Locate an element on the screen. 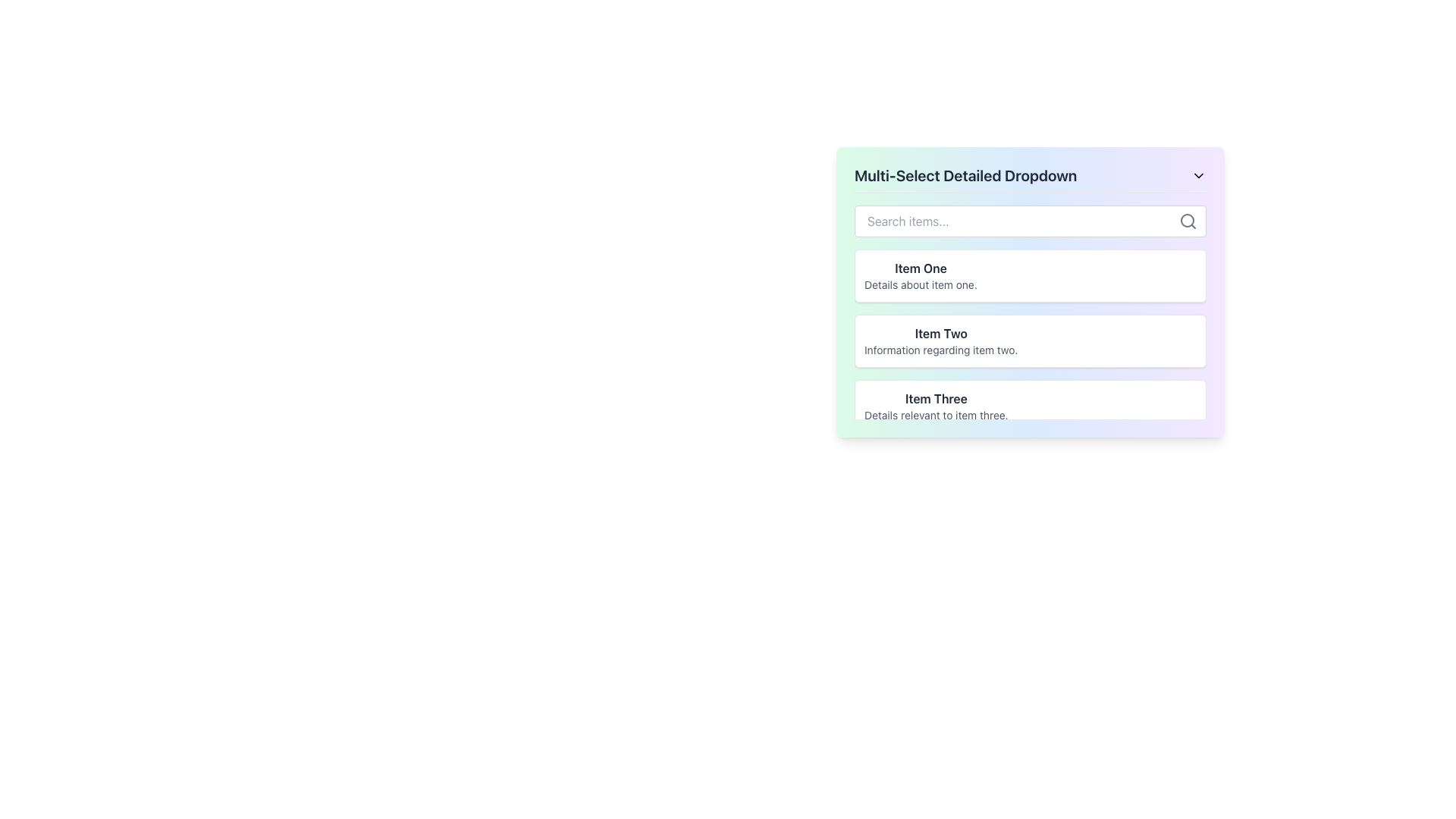  the second item in the dropdown list labeled 'Multi-Select Detailed Dropdown' is located at coordinates (1030, 333).